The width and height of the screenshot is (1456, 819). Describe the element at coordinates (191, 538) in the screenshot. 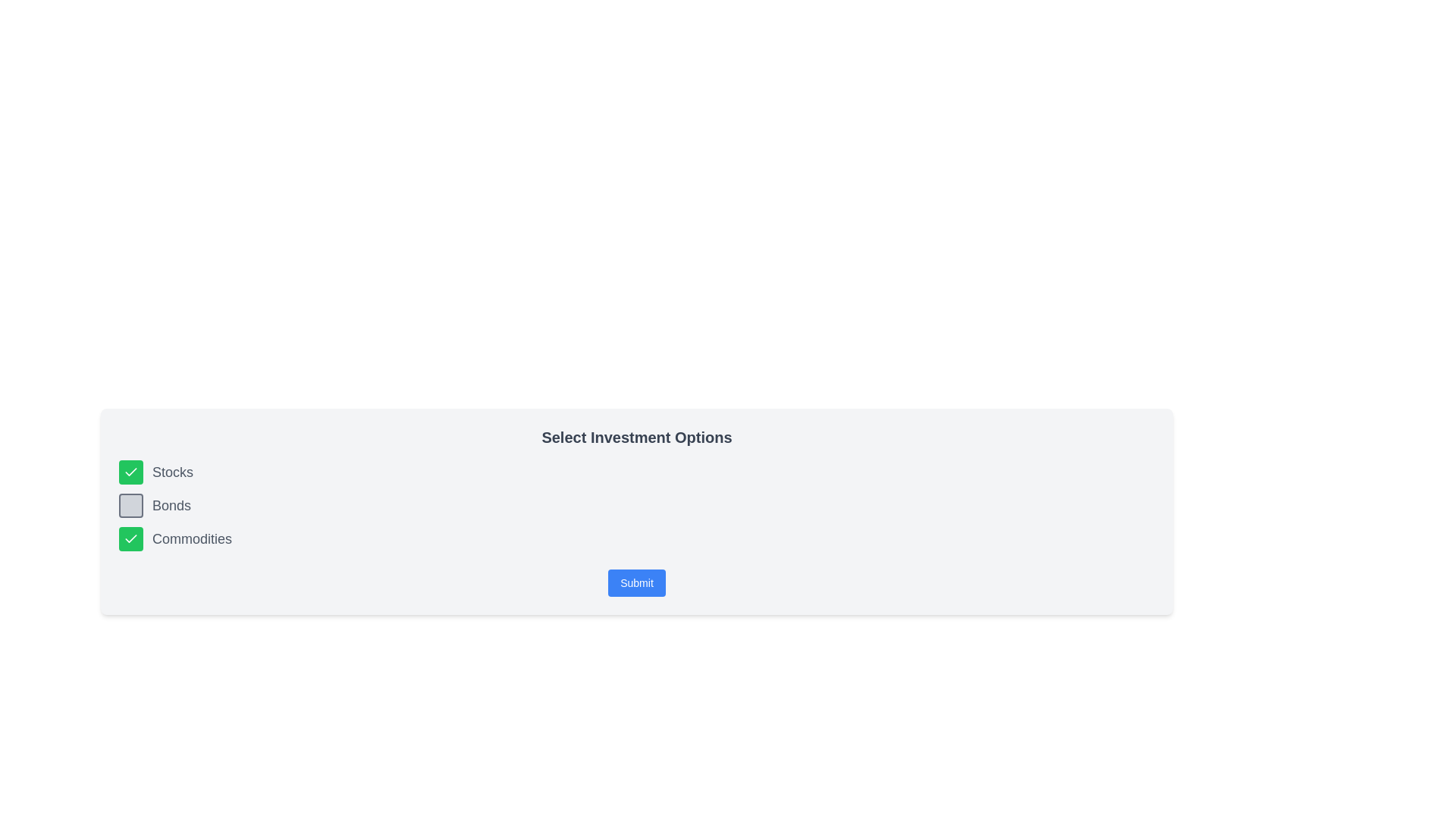

I see `the static text label displaying 'Commodities'` at that location.